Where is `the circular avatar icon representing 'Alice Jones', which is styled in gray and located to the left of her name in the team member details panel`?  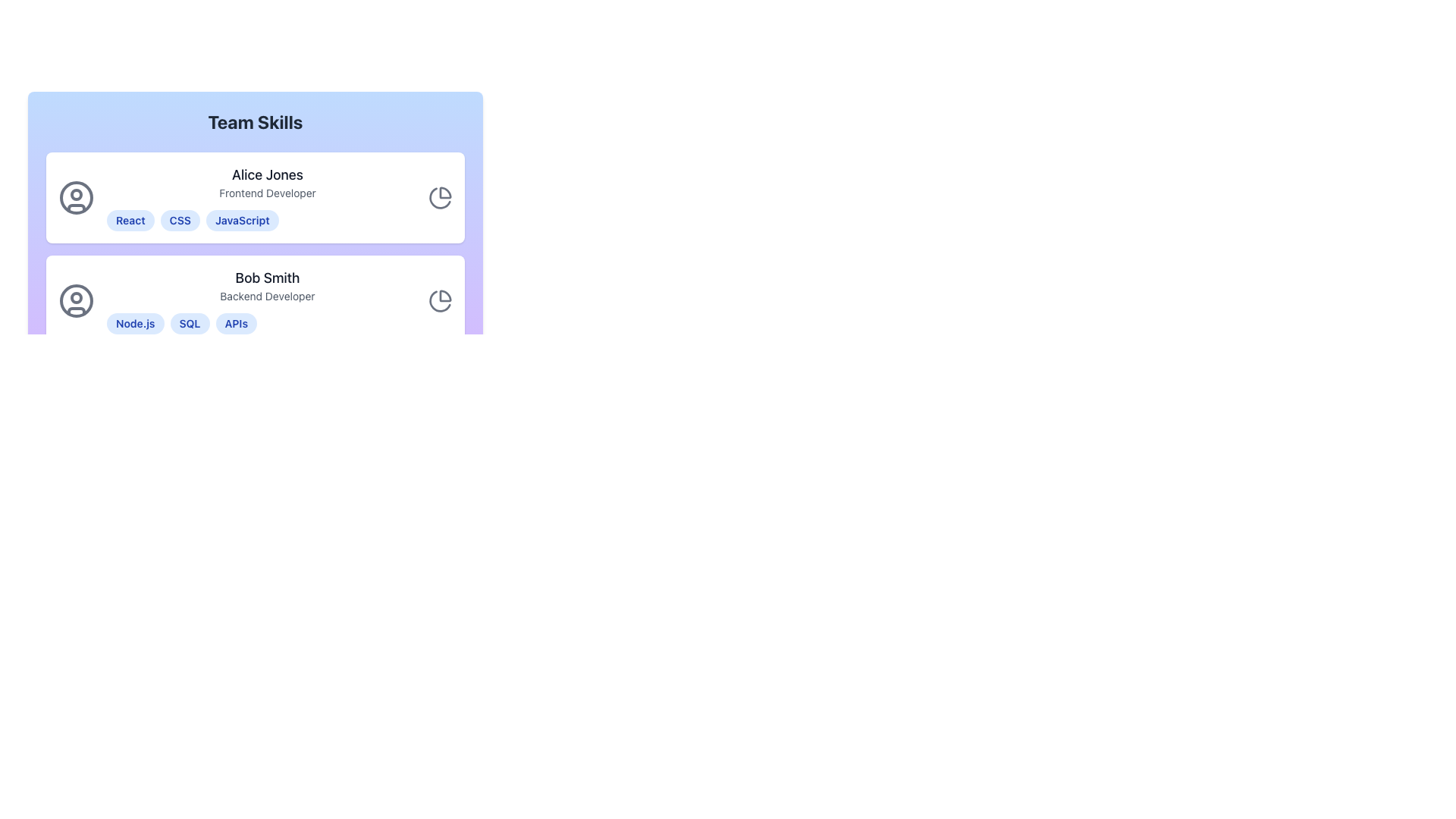
the circular avatar icon representing 'Alice Jones', which is styled in gray and located to the left of her name in the team member details panel is located at coordinates (75, 197).